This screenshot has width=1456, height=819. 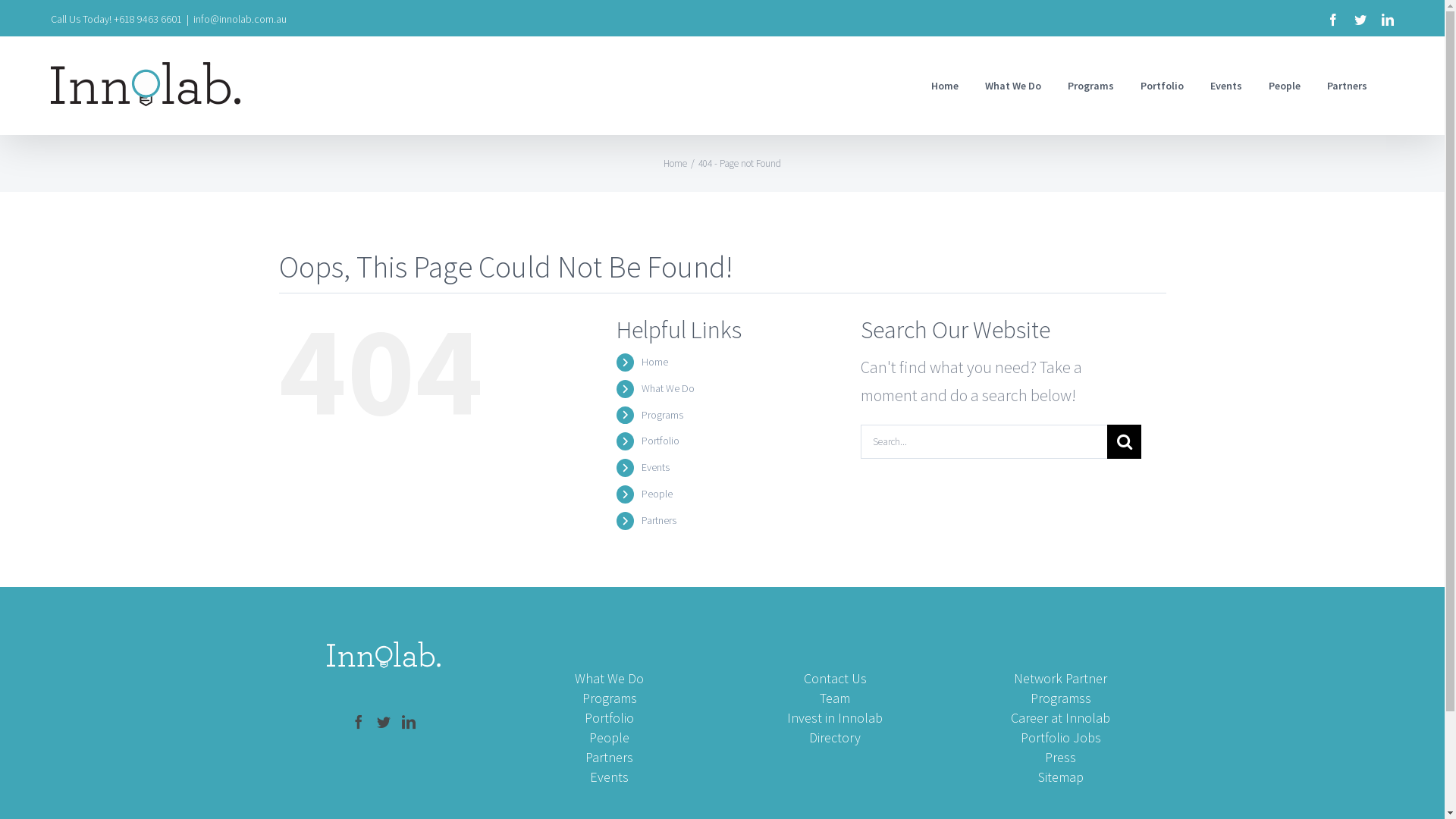 I want to click on 'LinkedIn', so click(x=1387, y=20).